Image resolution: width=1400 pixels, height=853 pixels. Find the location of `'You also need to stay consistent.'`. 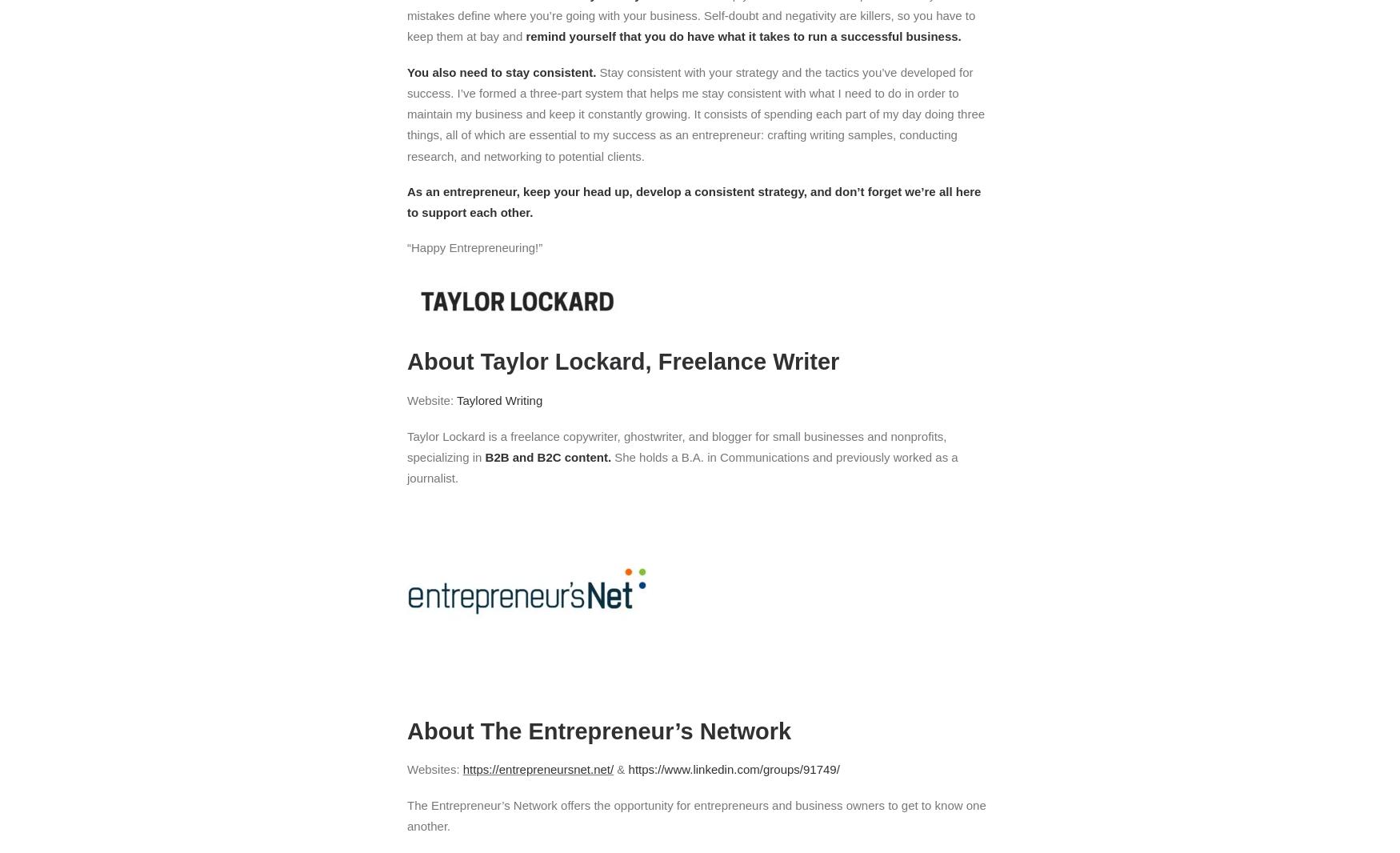

'You also need to stay consistent.' is located at coordinates (502, 70).